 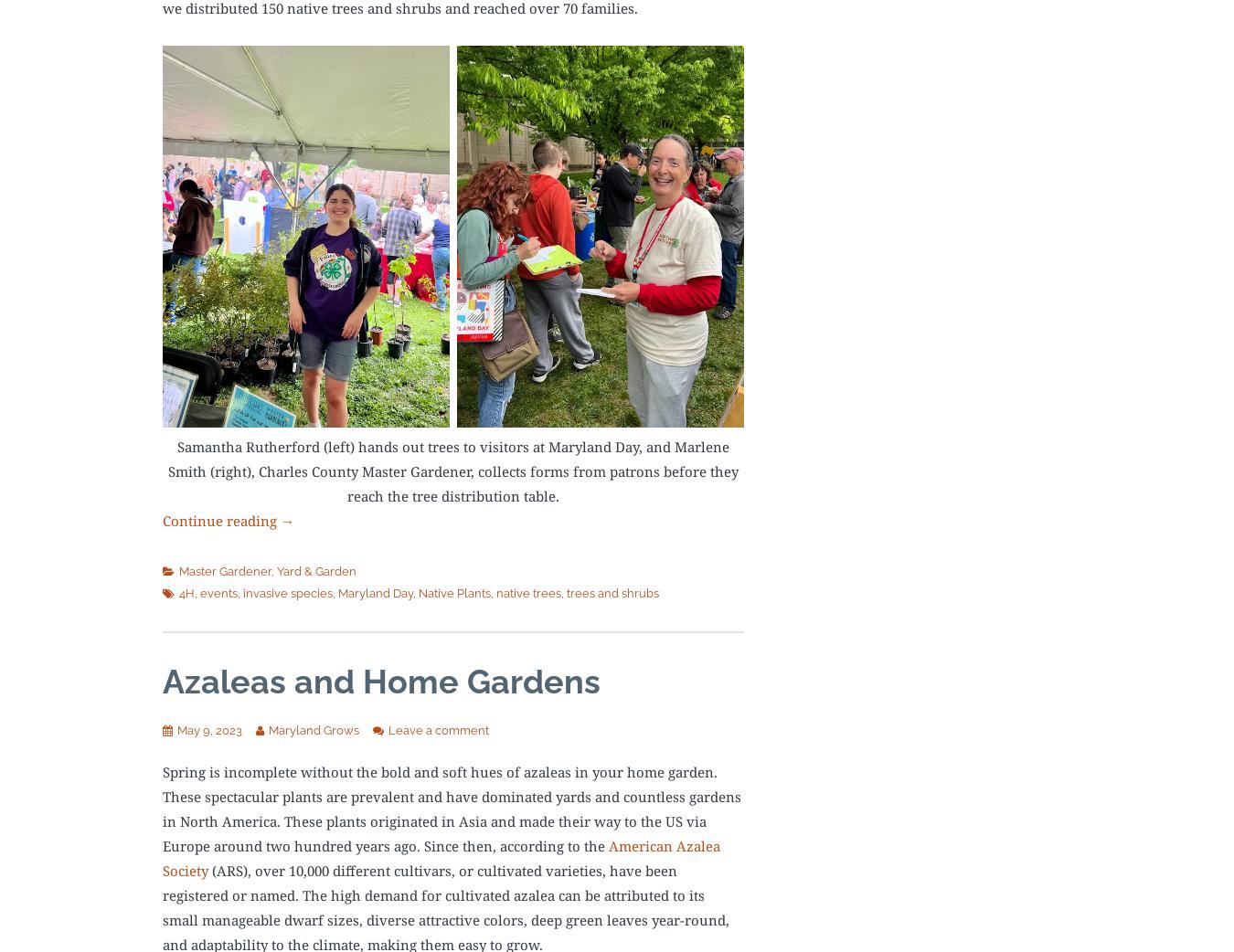 I want to click on 'Master Gardener', so click(x=224, y=570).